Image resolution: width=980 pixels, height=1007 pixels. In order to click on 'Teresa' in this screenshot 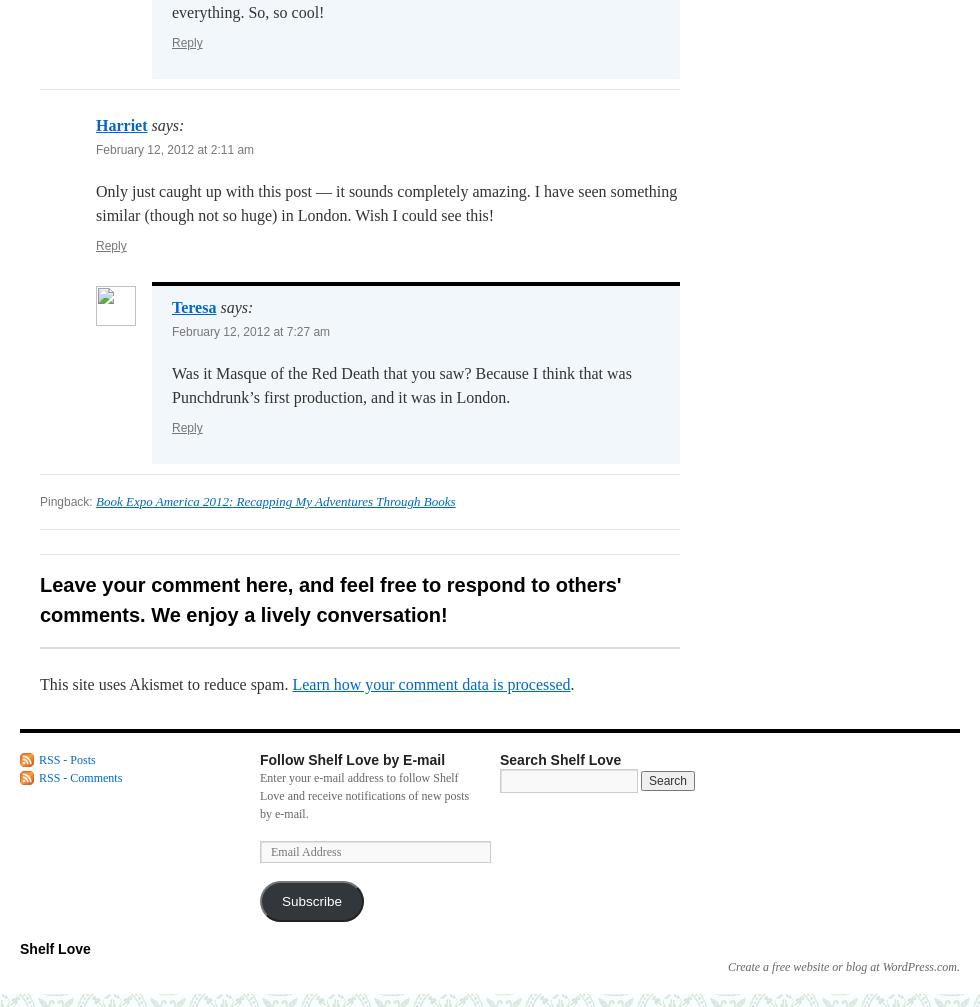, I will do `click(171, 307)`.